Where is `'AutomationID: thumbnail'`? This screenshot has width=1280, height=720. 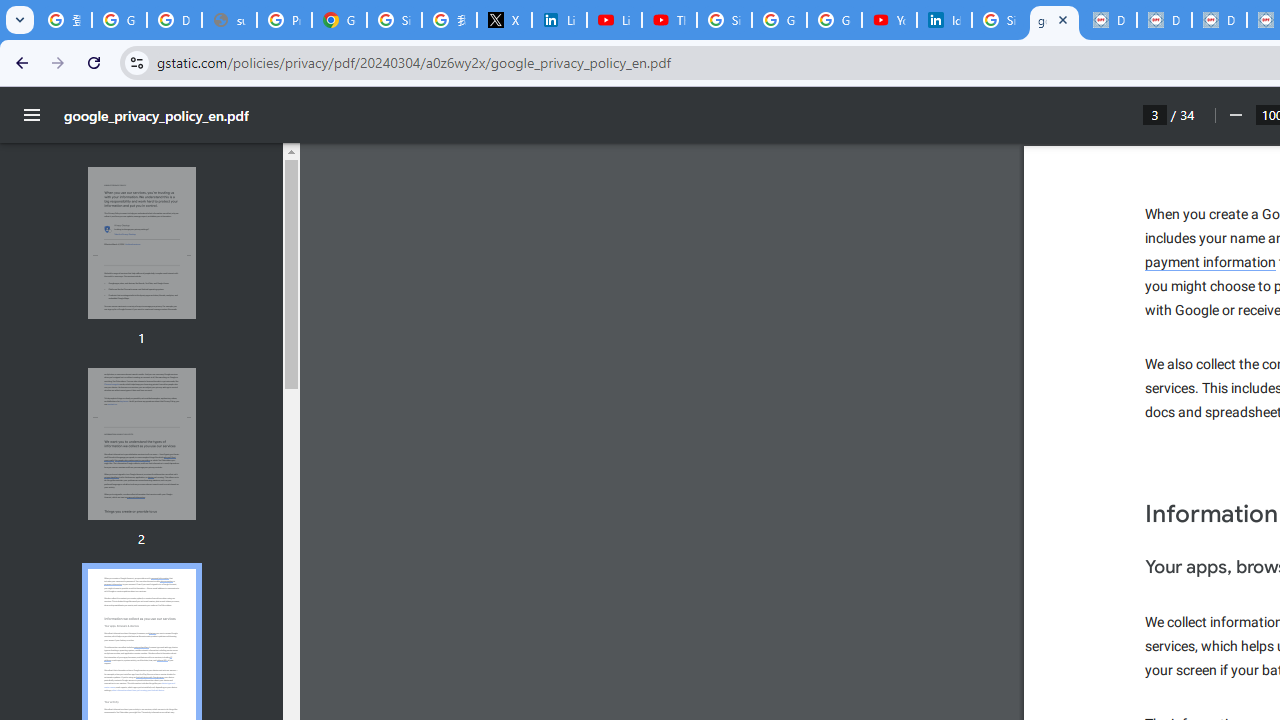 'AutomationID: thumbnail' is located at coordinates (140, 442).